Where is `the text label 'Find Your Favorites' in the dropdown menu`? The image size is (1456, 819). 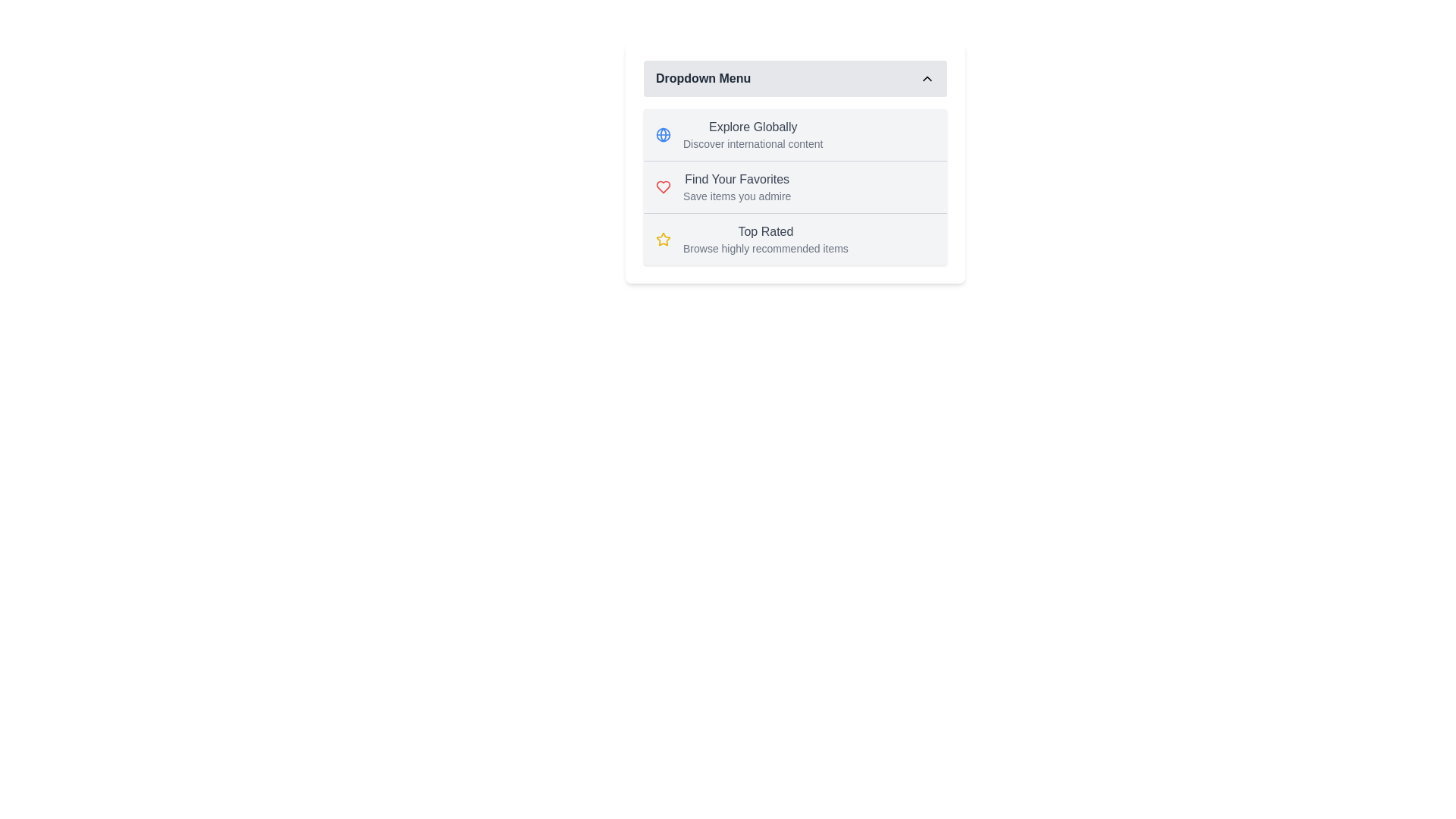
the text label 'Find Your Favorites' in the dropdown menu is located at coordinates (737, 178).